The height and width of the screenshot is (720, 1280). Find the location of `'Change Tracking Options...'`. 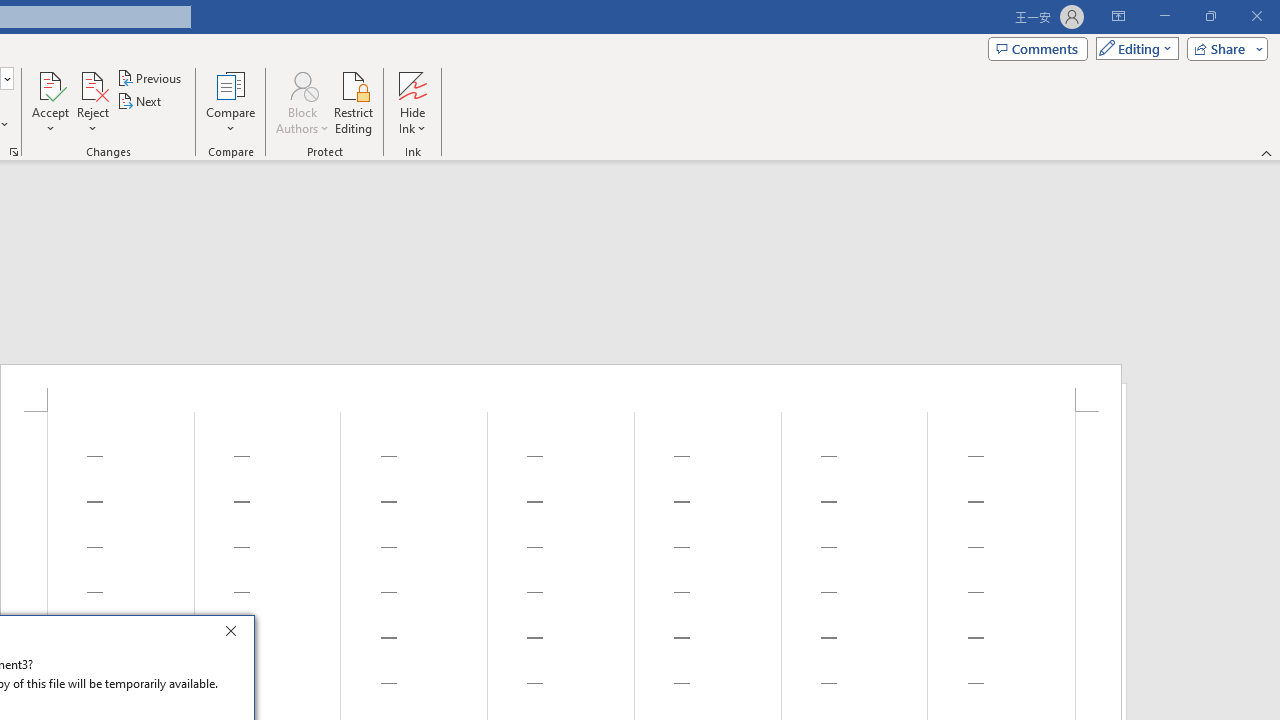

'Change Tracking Options...' is located at coordinates (14, 150).